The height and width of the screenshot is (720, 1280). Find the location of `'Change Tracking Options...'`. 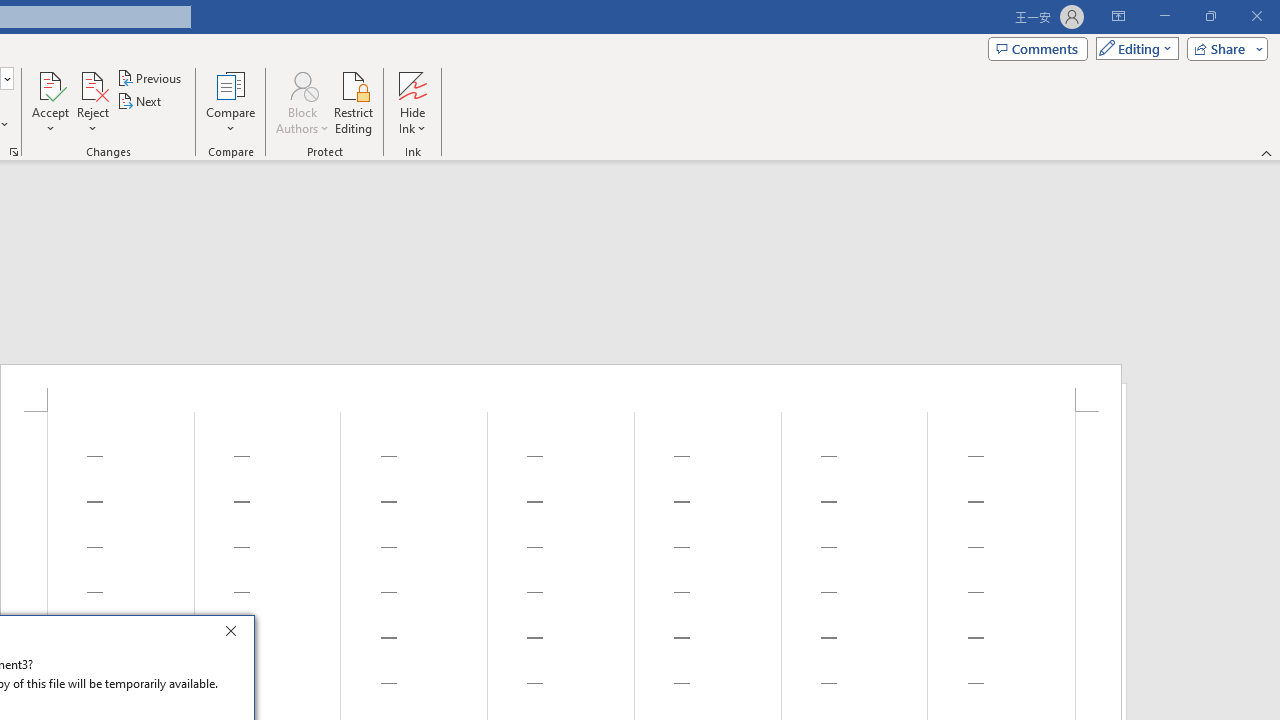

'Change Tracking Options...' is located at coordinates (14, 150).